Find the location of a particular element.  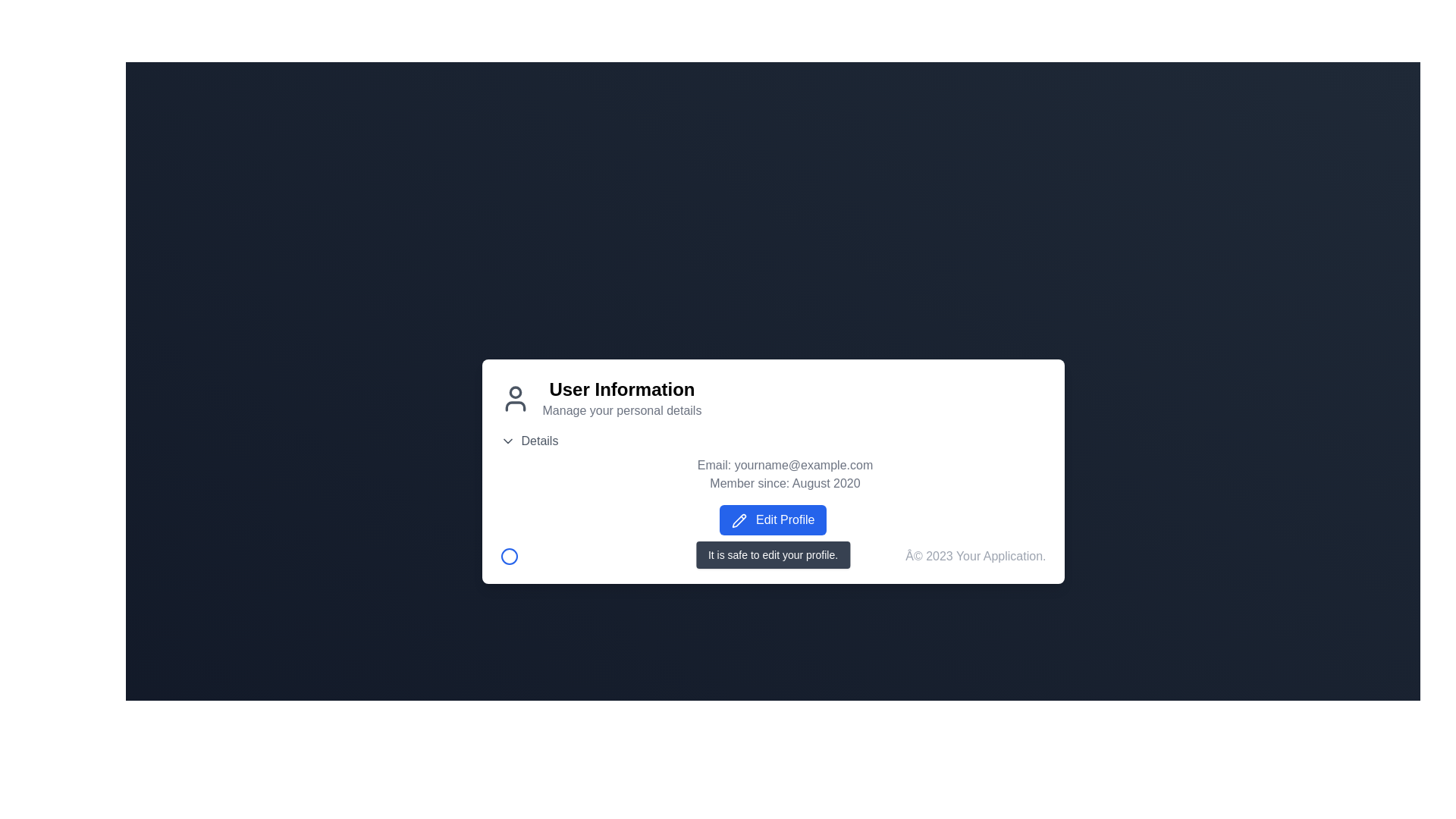

the button that initiates the editing of the user's profile details, located below the email and membership information and above the tooltip stating 'It is safe is located at coordinates (773, 519).